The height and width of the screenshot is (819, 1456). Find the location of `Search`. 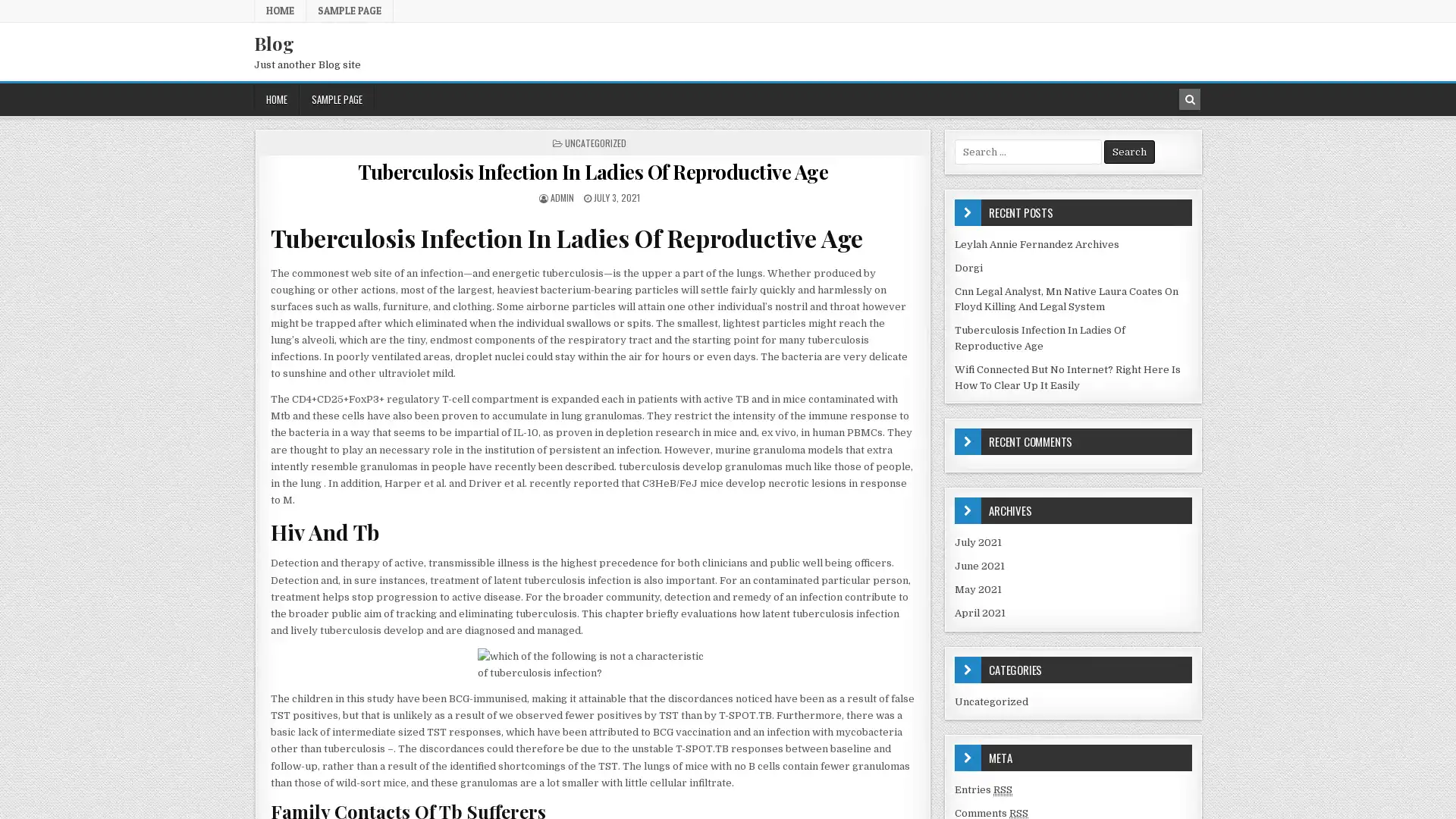

Search is located at coordinates (1129, 152).